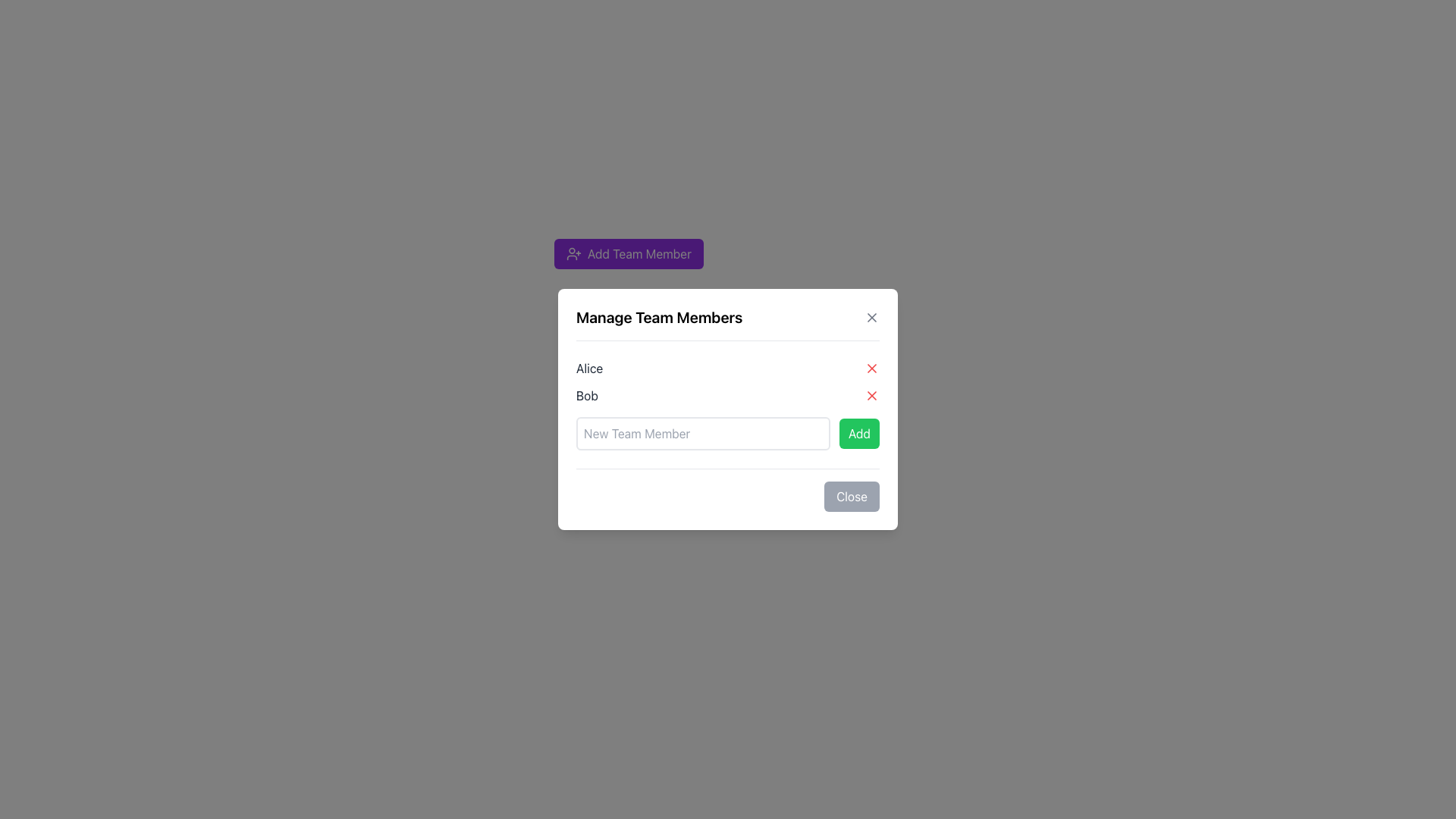 The width and height of the screenshot is (1456, 819). I want to click on the Text Label that serves as a heading for the modal indicating the purpose or content of managing team members, so click(728, 323).